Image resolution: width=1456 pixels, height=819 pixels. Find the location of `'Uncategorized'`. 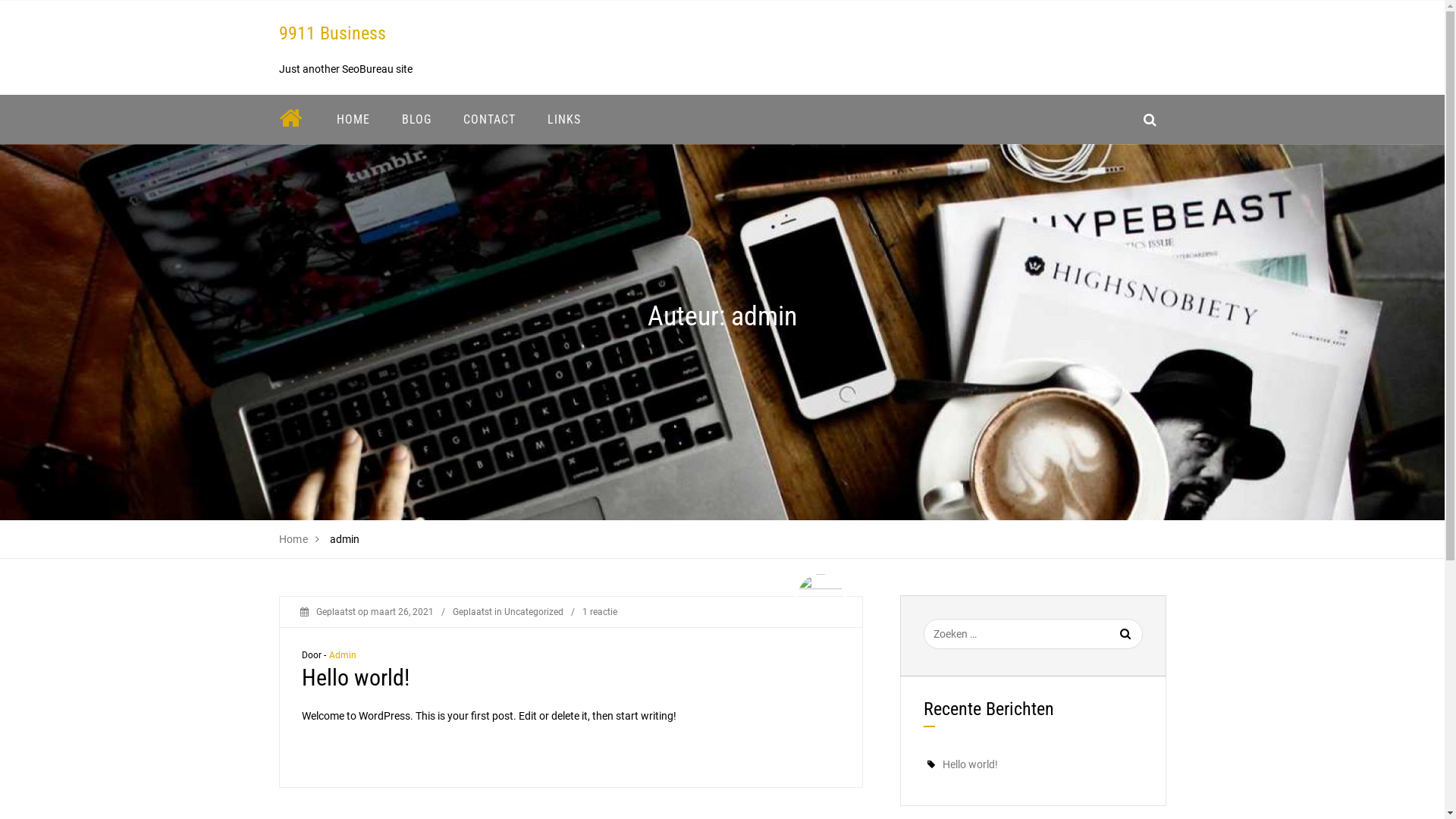

'Uncategorized' is located at coordinates (532, 610).